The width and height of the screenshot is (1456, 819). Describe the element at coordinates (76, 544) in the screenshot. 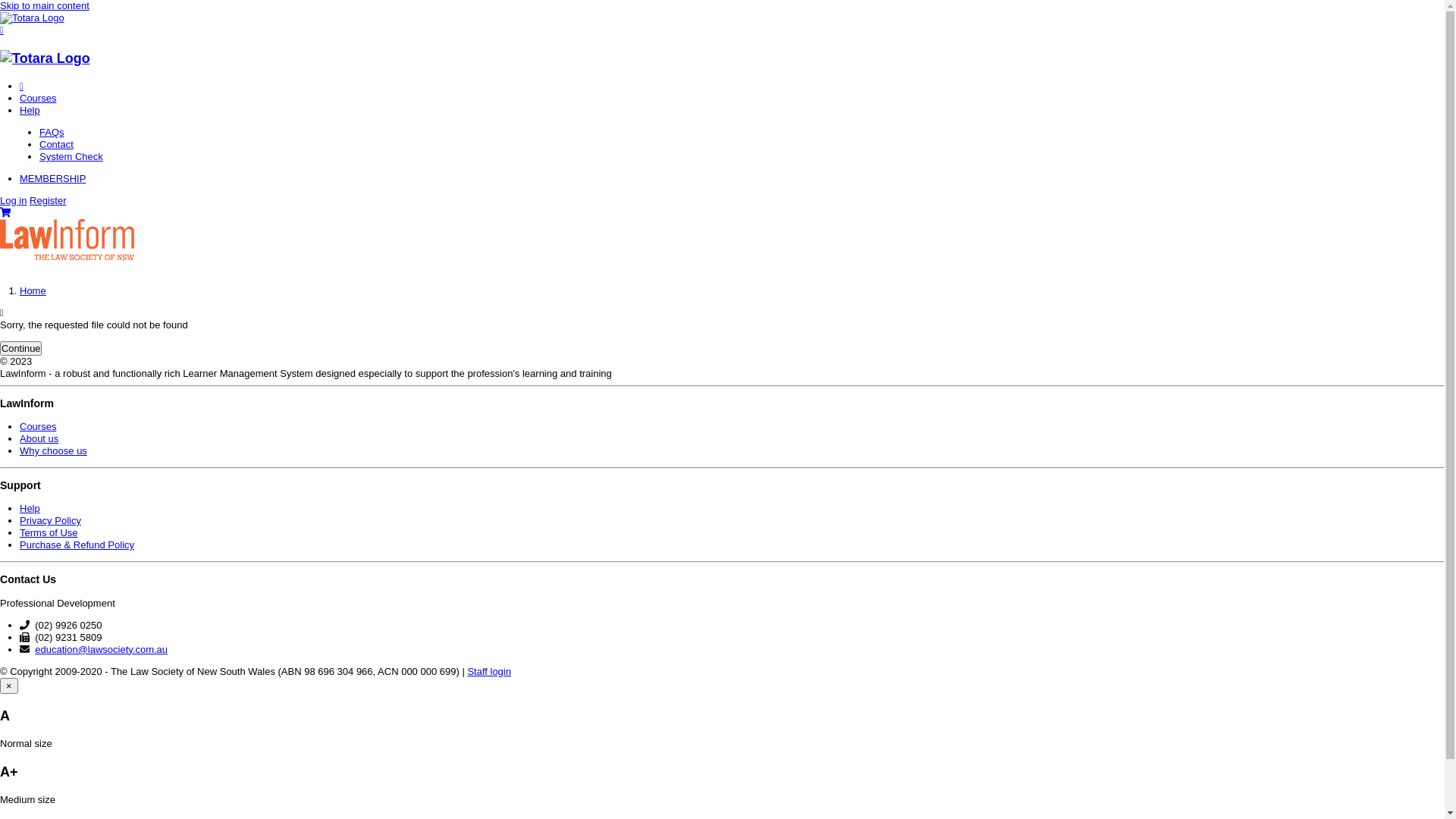

I see `'Purchase & Refund Policy'` at that location.